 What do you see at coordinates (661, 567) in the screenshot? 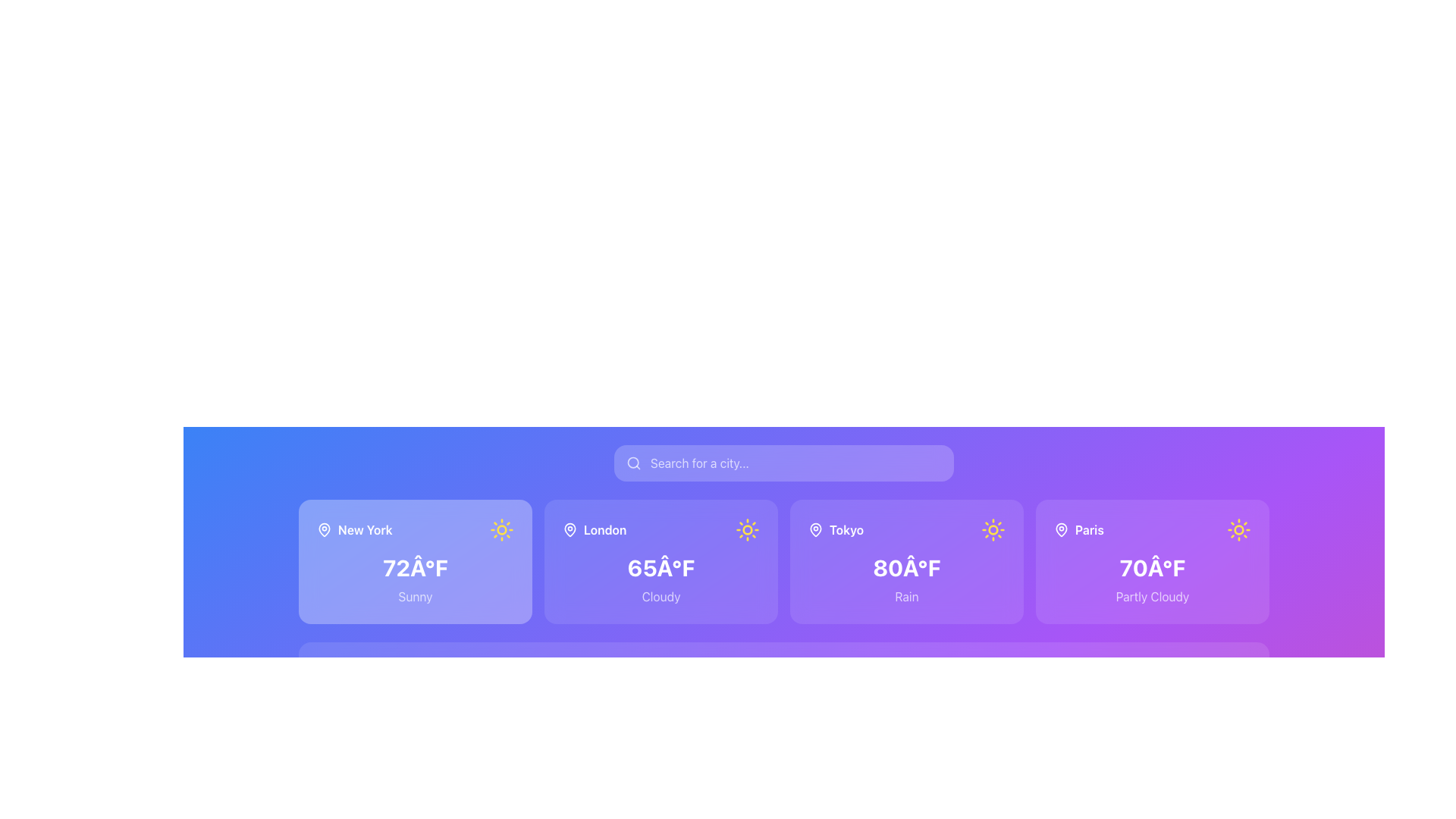
I see `the bold temperature display reading '65°F' within the weather card for London` at bounding box center [661, 567].